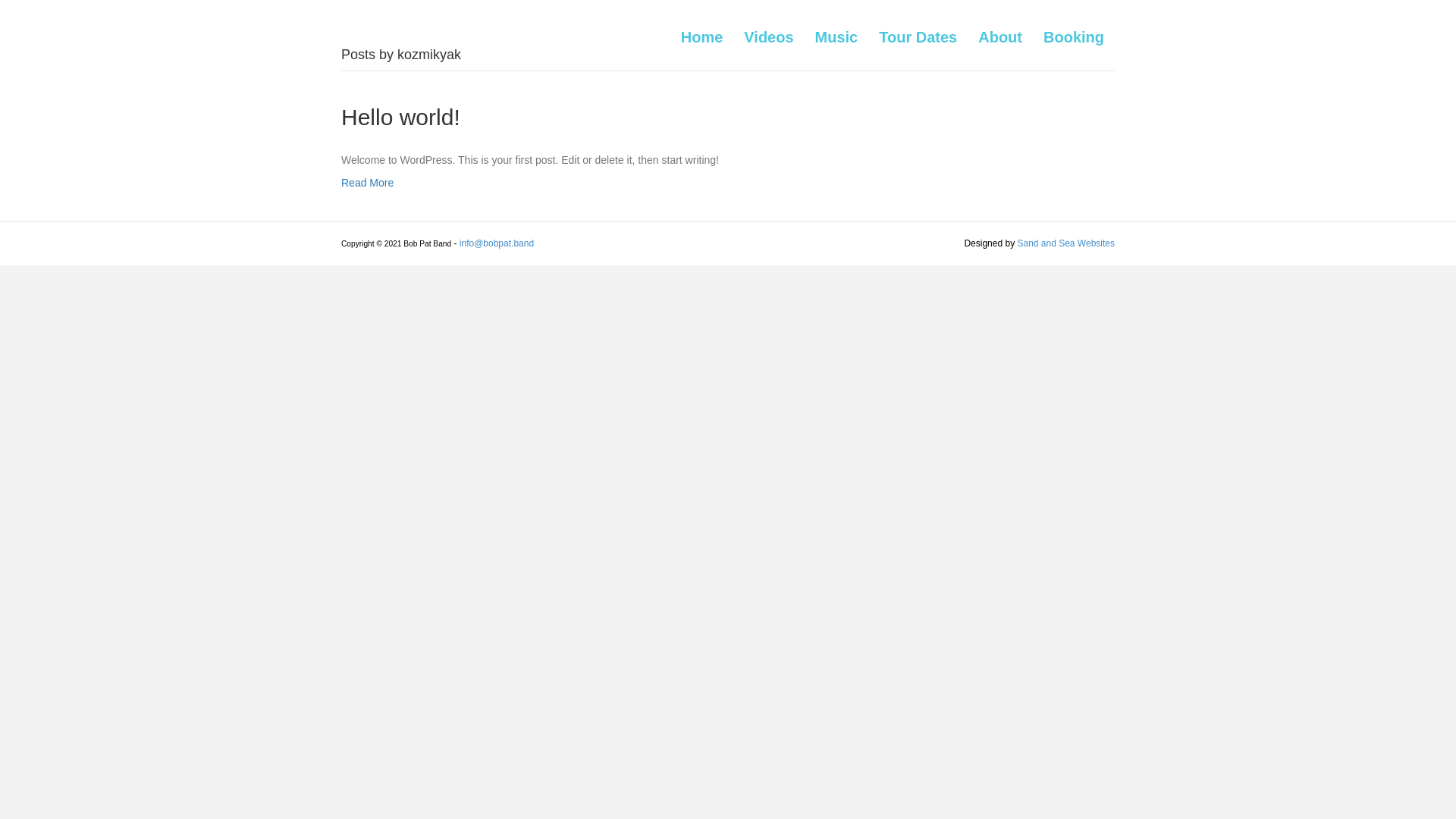  What do you see at coordinates (400, 116) in the screenshot?
I see `'Hello world!'` at bounding box center [400, 116].